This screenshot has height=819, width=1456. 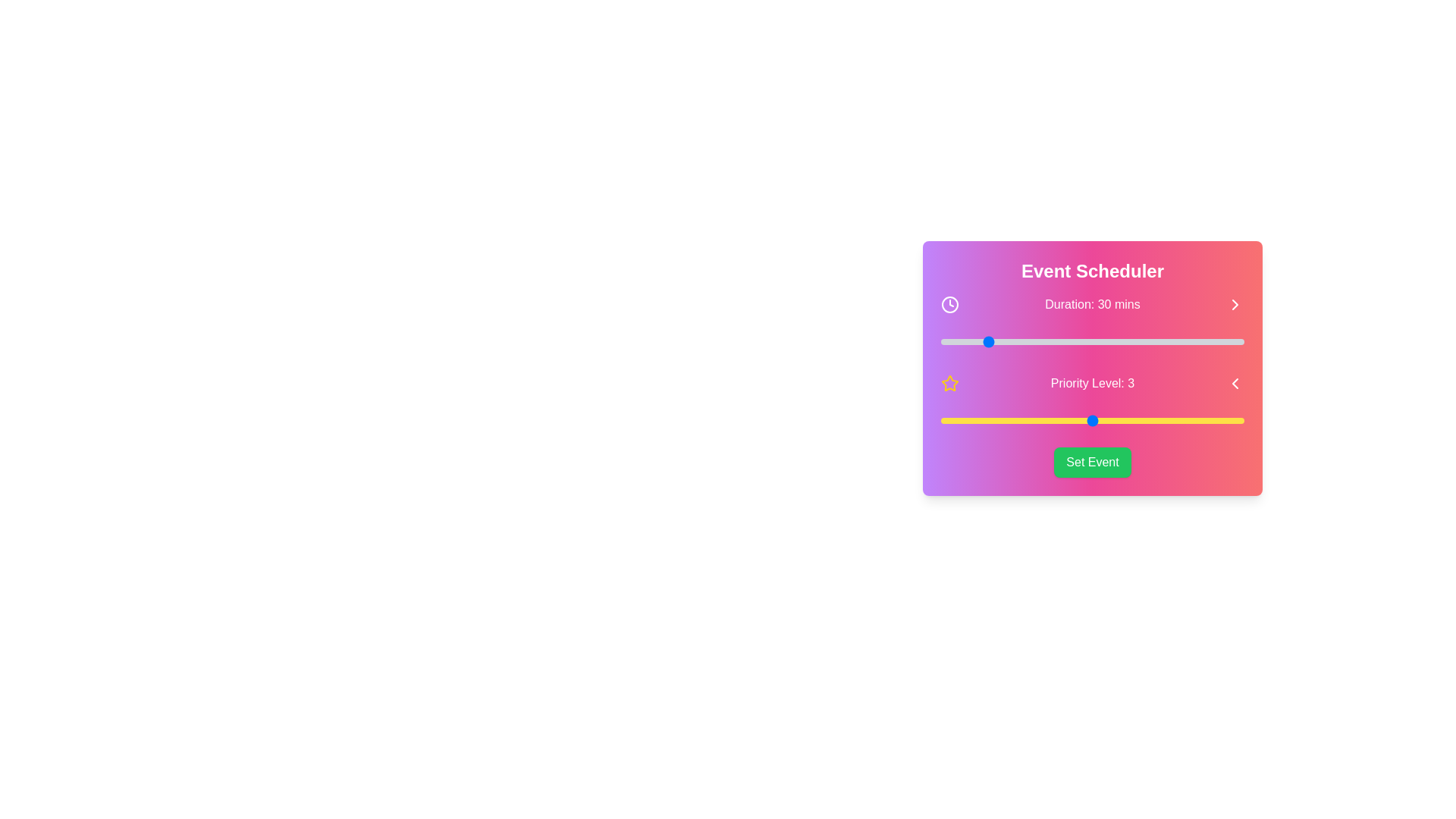 What do you see at coordinates (1092, 342) in the screenshot?
I see `the slider track to set the duration value in the event scheduler, which is located below 'Duration: 30 mins' and above 'Priority Level: 3'` at bounding box center [1092, 342].